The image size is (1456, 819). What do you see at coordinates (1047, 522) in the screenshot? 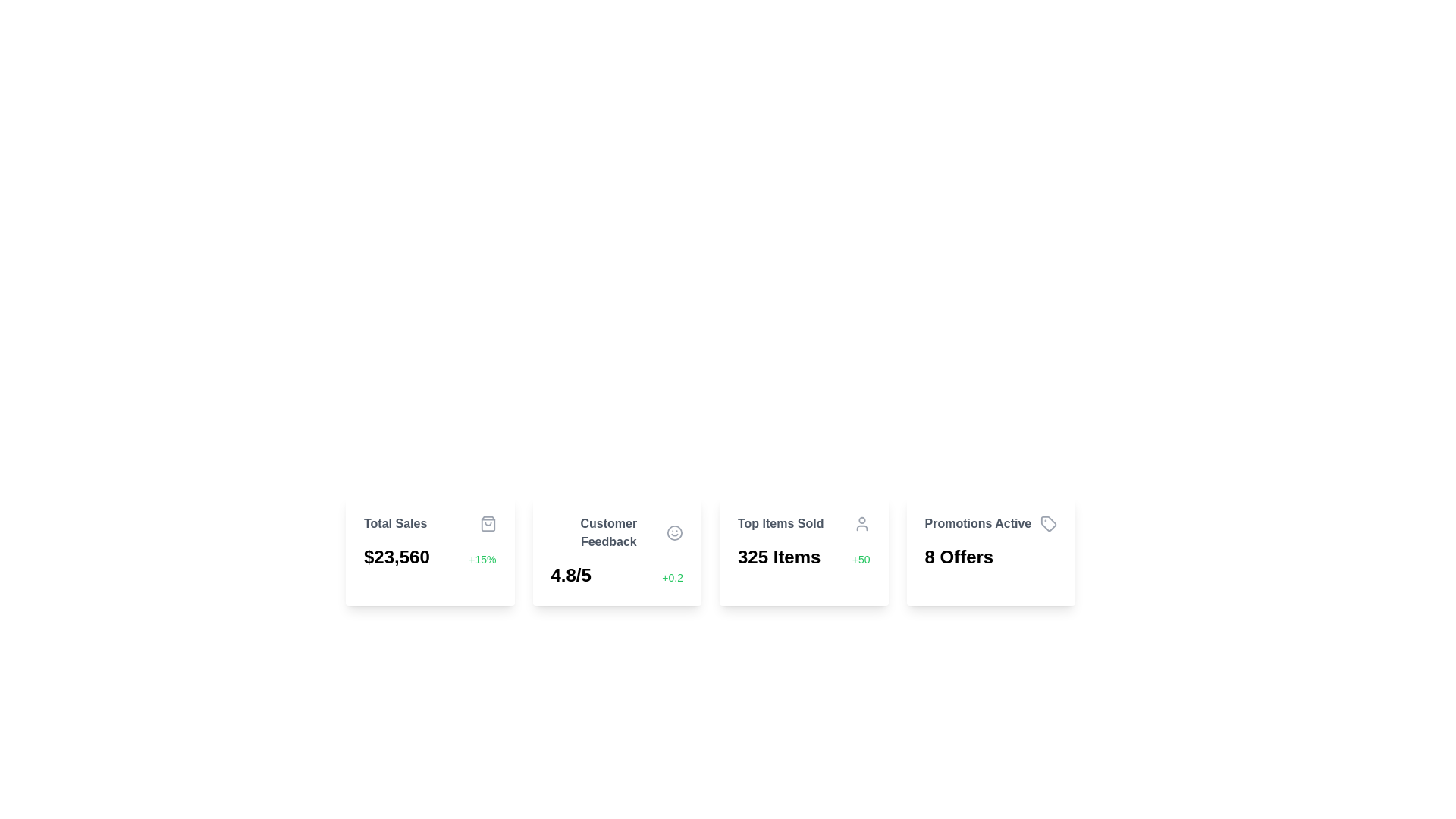
I see `the decorative icon located at the right edge of the rightmost informational card next to the text 'Promotions Active'` at bounding box center [1047, 522].